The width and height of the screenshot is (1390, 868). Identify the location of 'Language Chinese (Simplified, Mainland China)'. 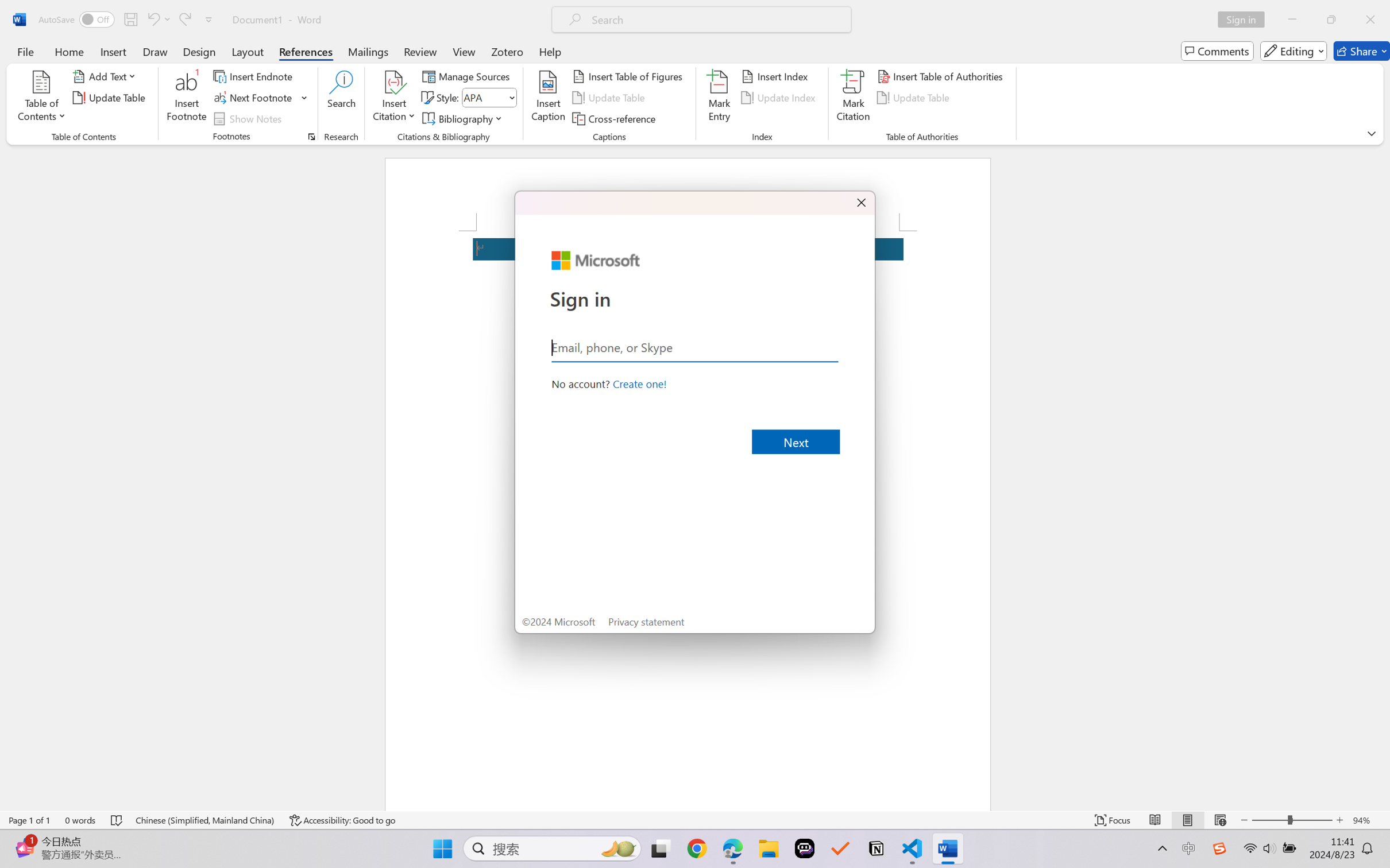
(204, 820).